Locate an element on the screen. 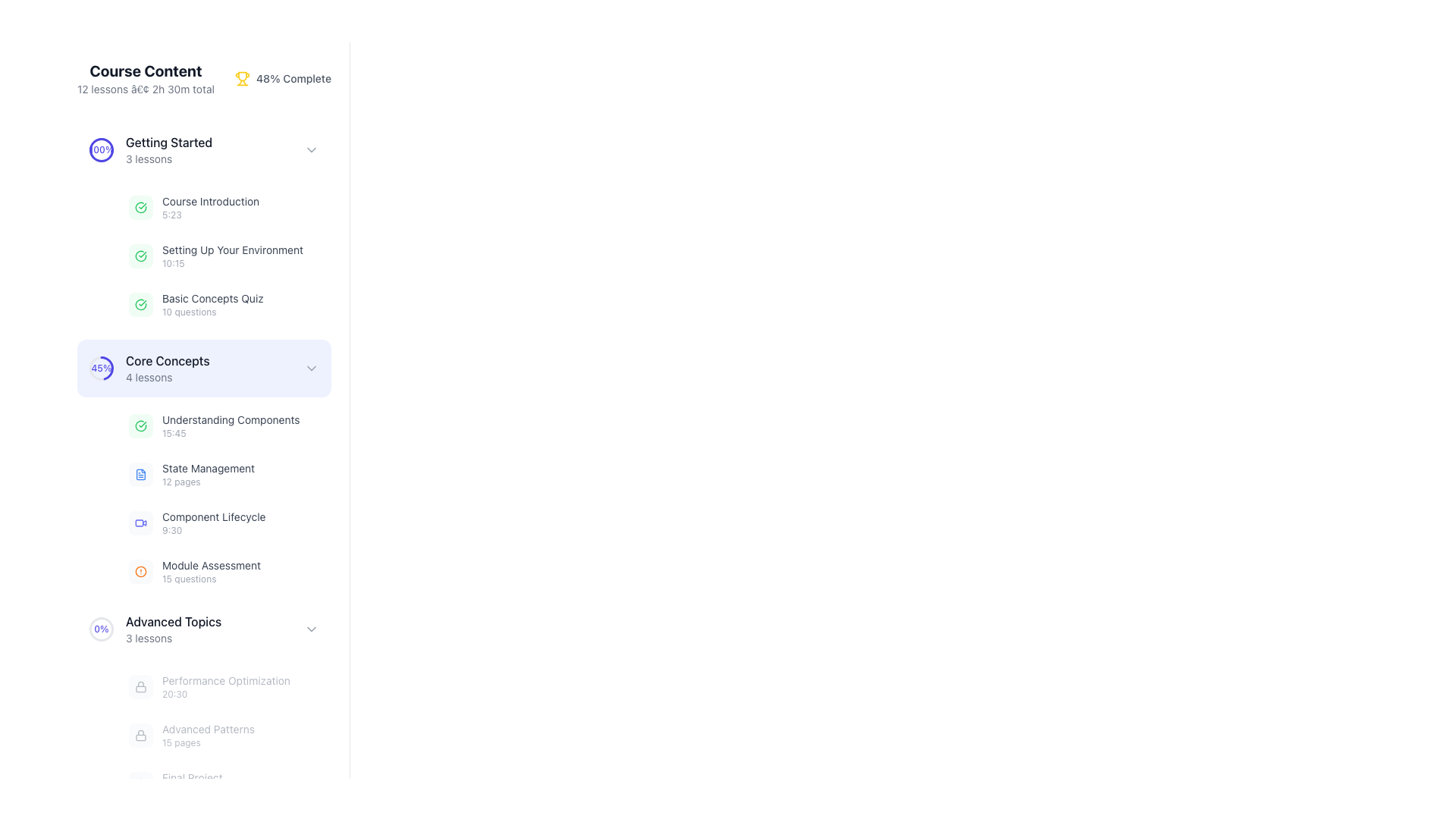 Image resolution: width=1456 pixels, height=819 pixels. the indigo video camera icon with rounded corners located under the 'Core Concepts' section, which represents the Component Lifecycle lesson item is located at coordinates (141, 522).